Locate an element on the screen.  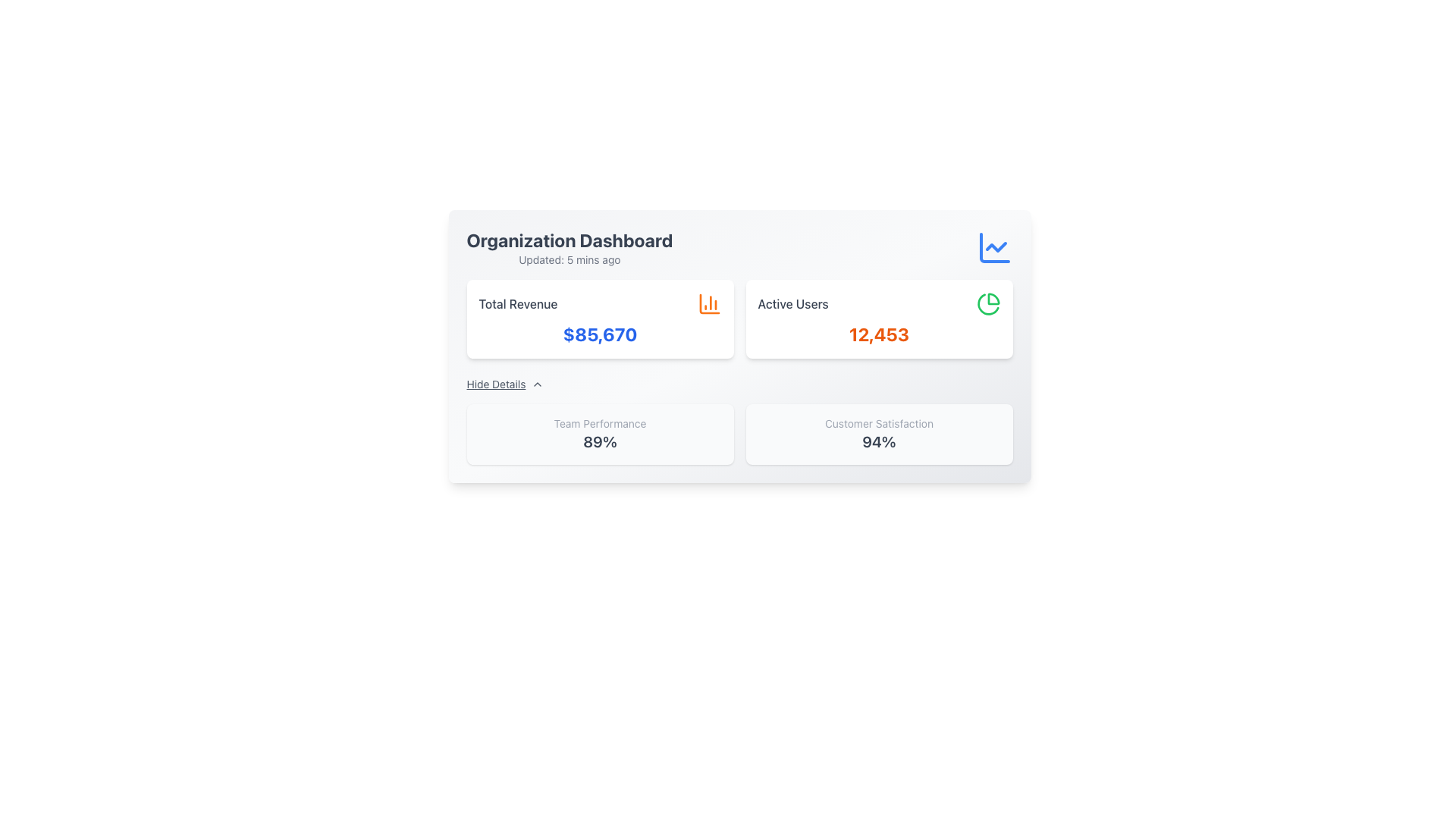
the orange bar chart icon styled with rounded edges, located to the right of the 'Total Revenue' label, positioned above the numeric revenue value is located at coordinates (708, 304).